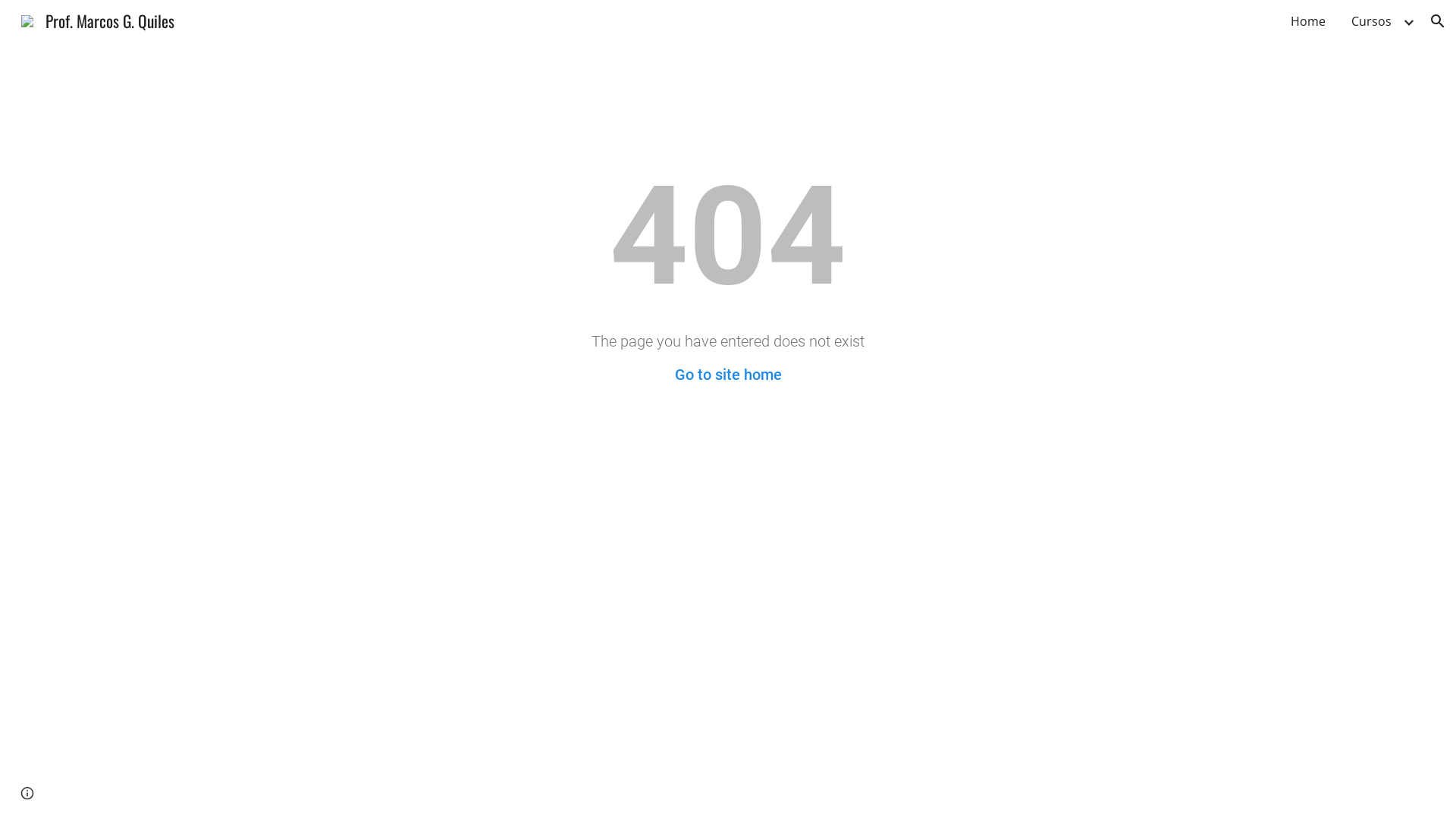 The width and height of the screenshot is (1456, 819). I want to click on 'Cursos', so click(1371, 20).